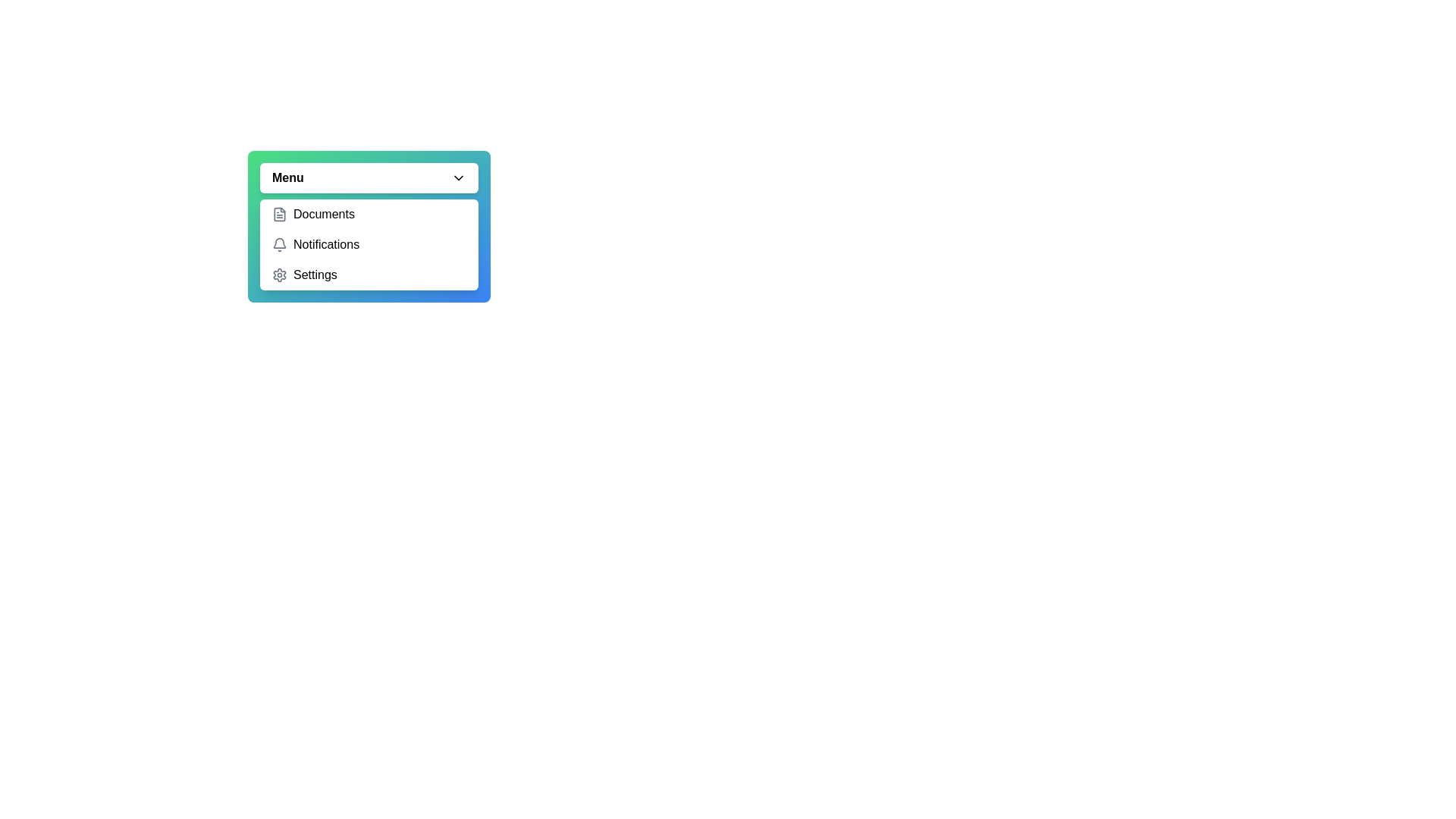  Describe the element at coordinates (280, 242) in the screenshot. I see `the bell icon in the dropdown list, which indicates notifications and is positioned between the Documents and Settings options` at that location.